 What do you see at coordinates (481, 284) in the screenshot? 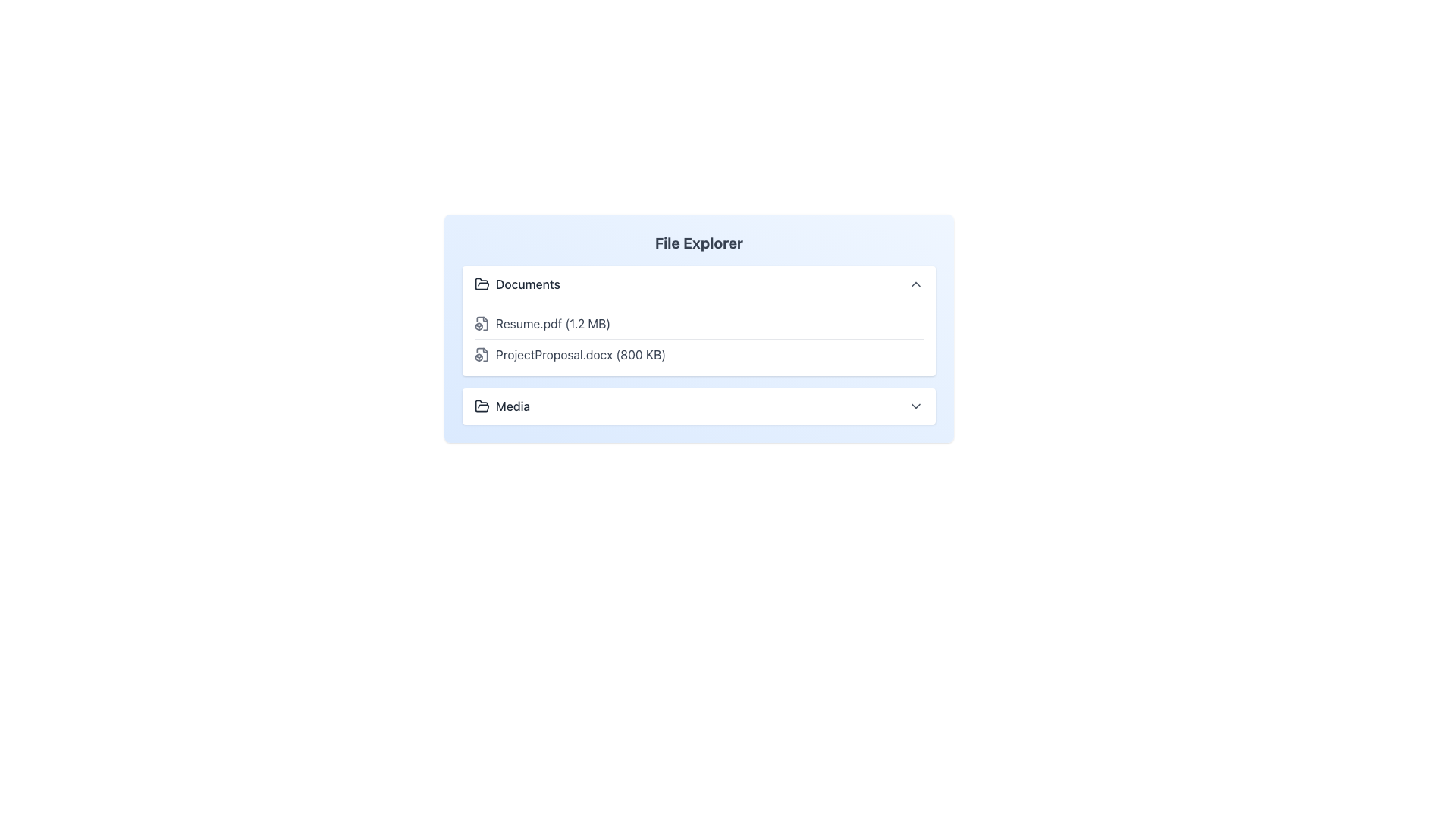
I see `the 'Documents' section icon, which visually identifies the section and is located to the left of the text label in the file explorer interface` at bounding box center [481, 284].